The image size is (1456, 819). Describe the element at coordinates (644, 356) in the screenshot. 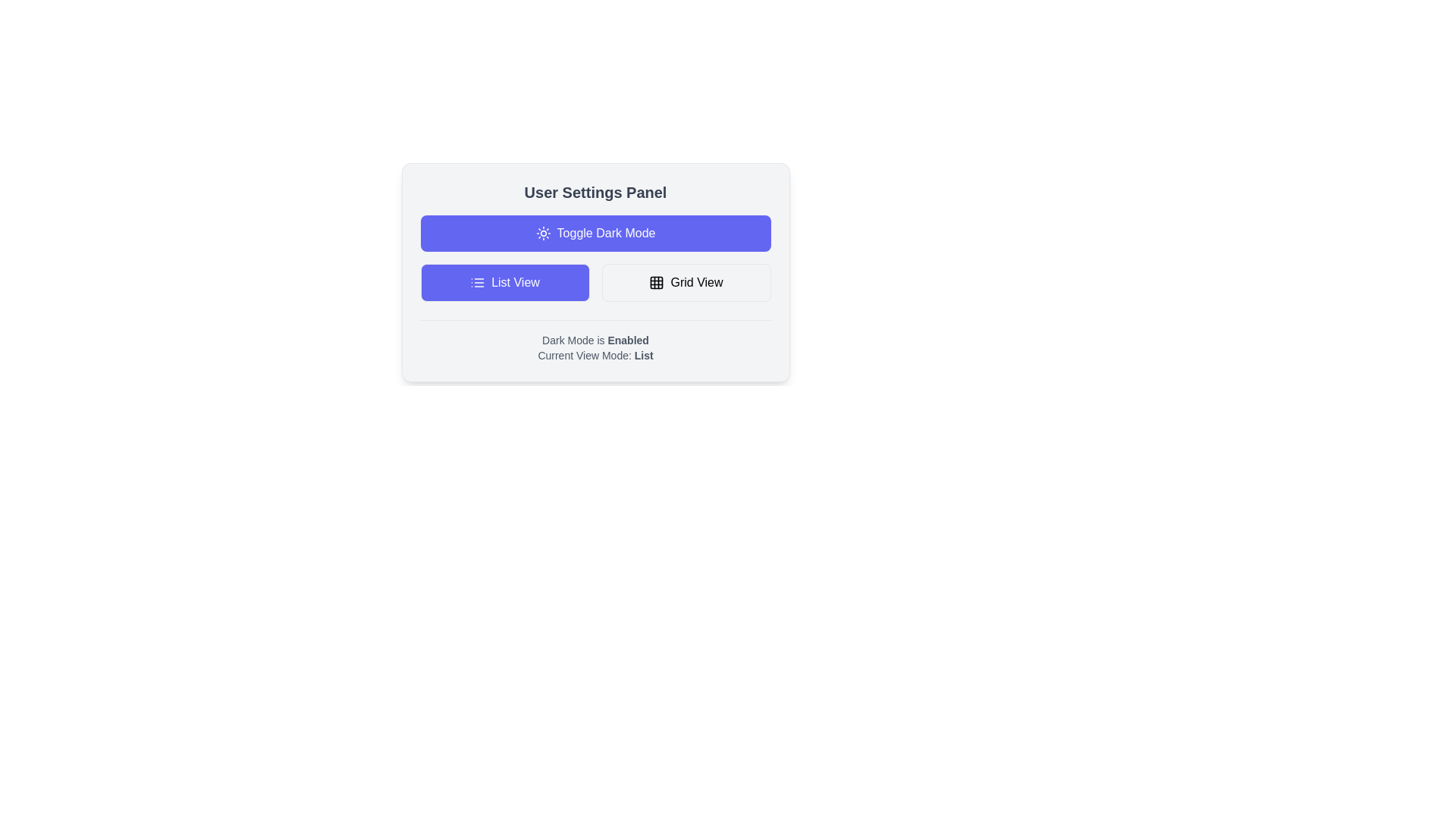

I see `the text label displaying the word 'List', which is part of the phrase 'Current View Mode: List', located towards the bottom of the panel interface` at that location.